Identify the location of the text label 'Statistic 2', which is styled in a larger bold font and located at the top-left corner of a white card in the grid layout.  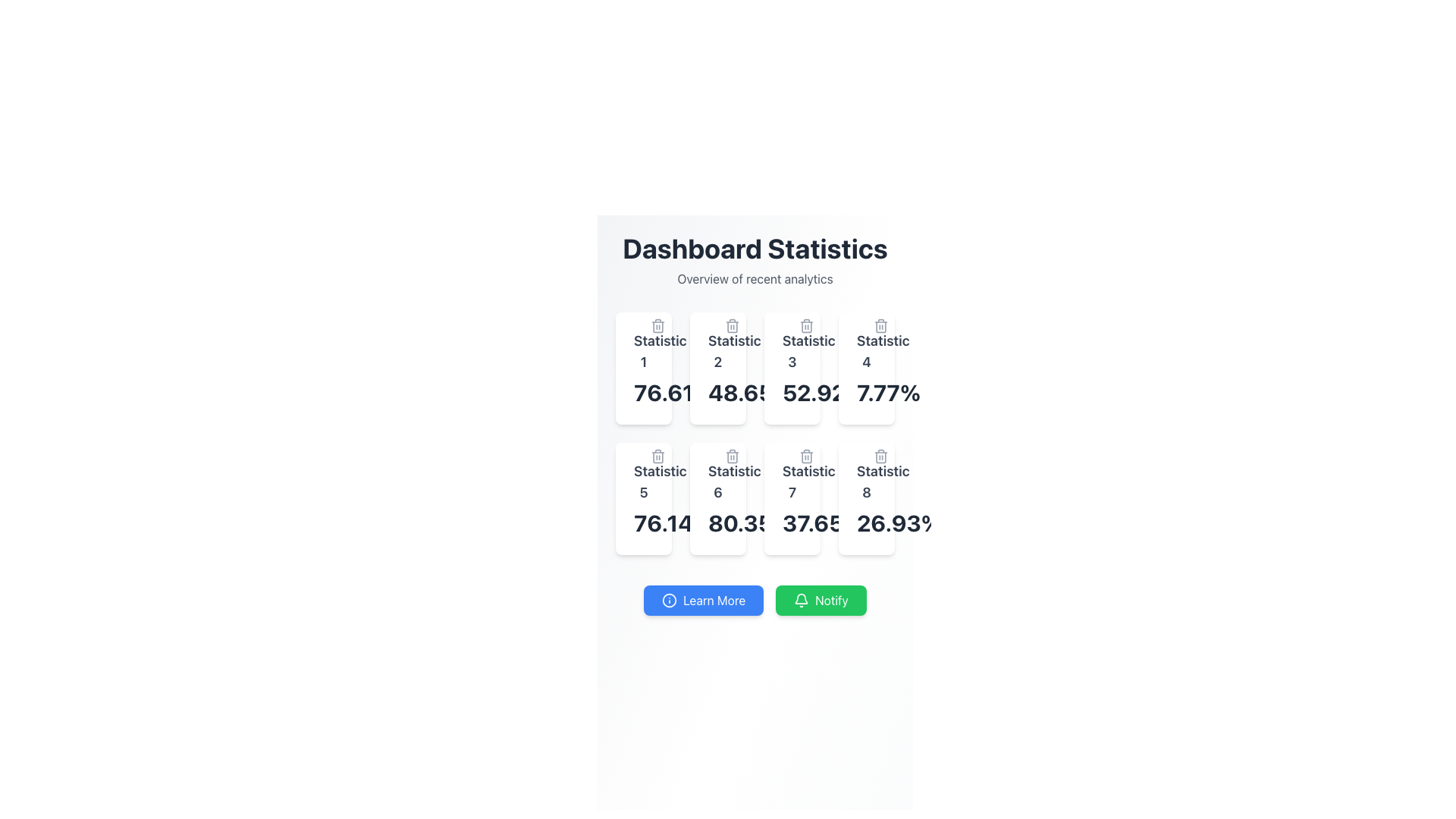
(717, 351).